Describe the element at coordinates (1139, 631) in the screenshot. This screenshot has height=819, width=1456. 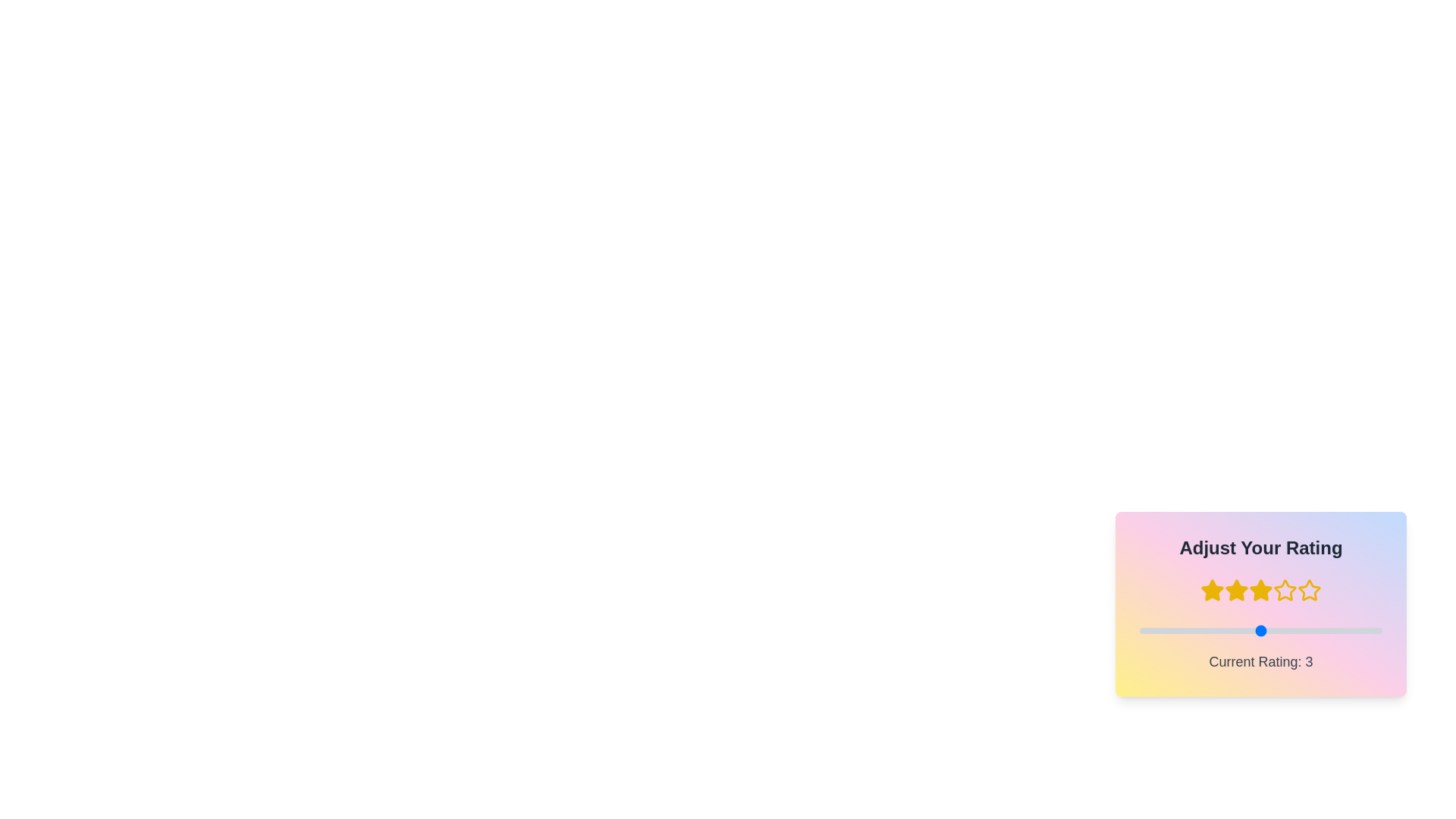
I see `the slider to set the rating to 4 (1 to 5)` at that location.